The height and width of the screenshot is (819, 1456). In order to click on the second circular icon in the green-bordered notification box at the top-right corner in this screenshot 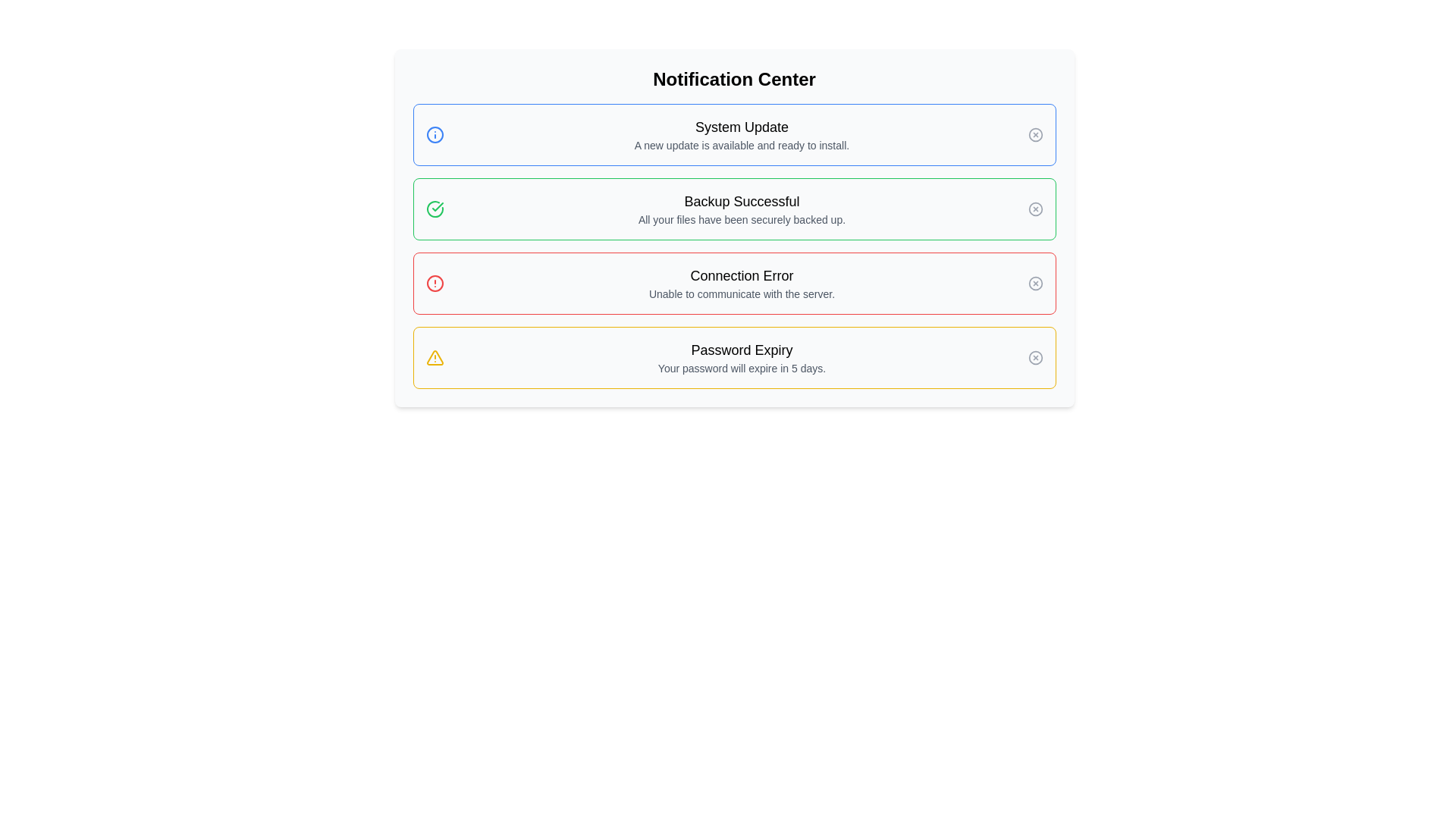, I will do `click(1034, 209)`.